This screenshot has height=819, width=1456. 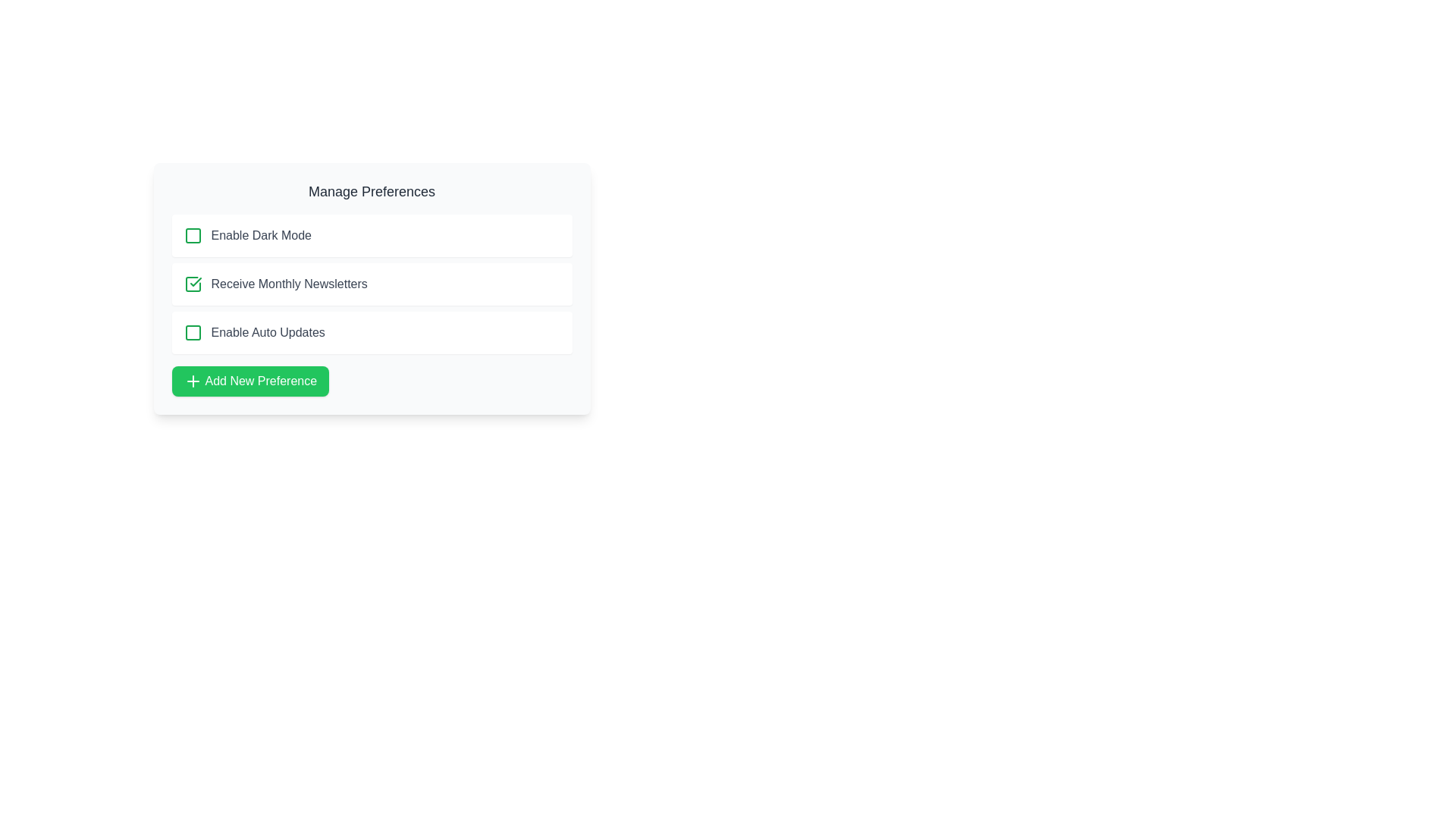 I want to click on the 'Manage Preferences' heading text, which is a bold and centrally aligned title at the top of a card layout for preference options, so click(x=372, y=191).